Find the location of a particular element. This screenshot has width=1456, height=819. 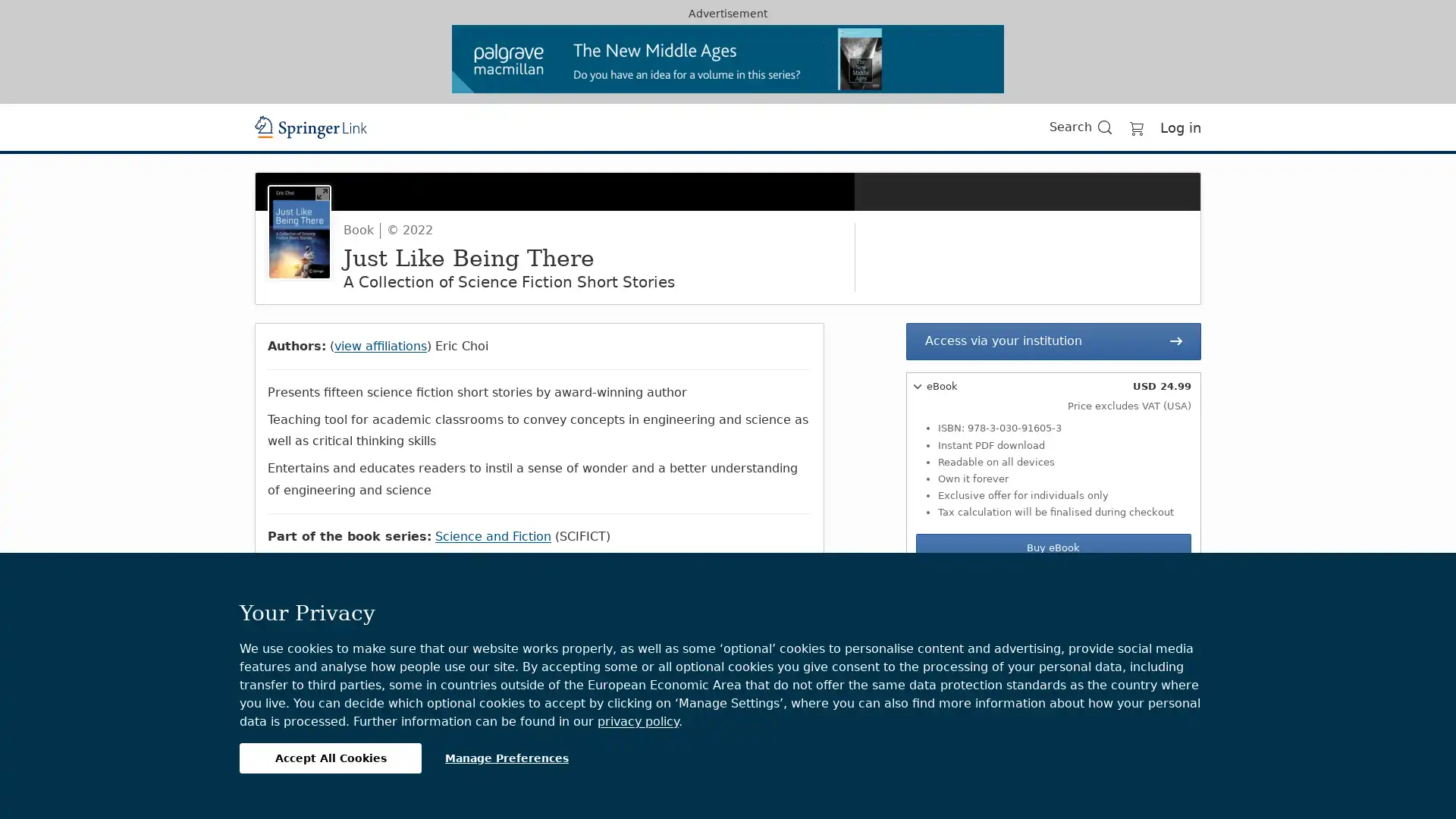

Softcover Book USD 34.99 is located at coordinates (1052, 584).